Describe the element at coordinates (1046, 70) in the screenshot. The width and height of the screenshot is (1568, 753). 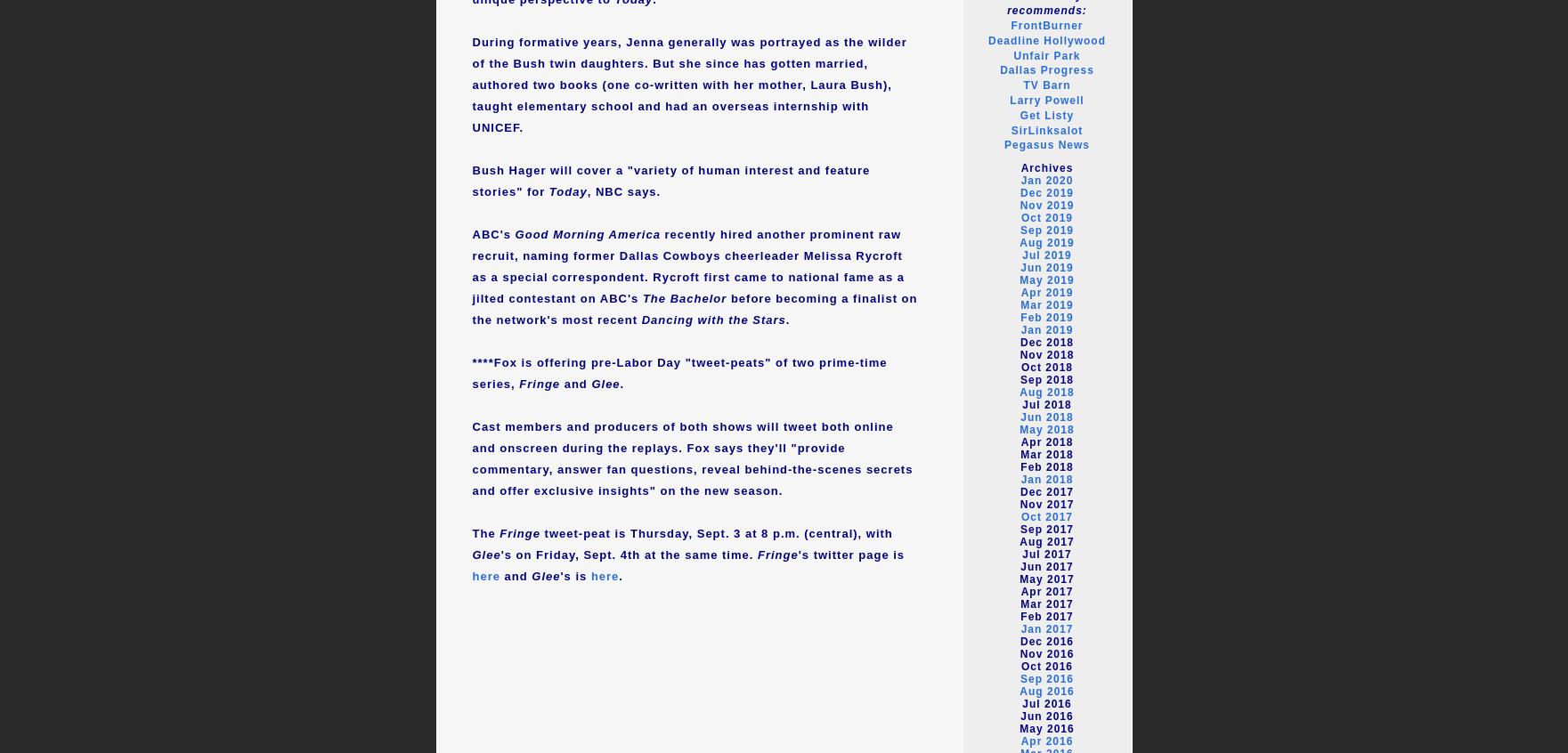
I see `'Dallas
            Progress'` at that location.